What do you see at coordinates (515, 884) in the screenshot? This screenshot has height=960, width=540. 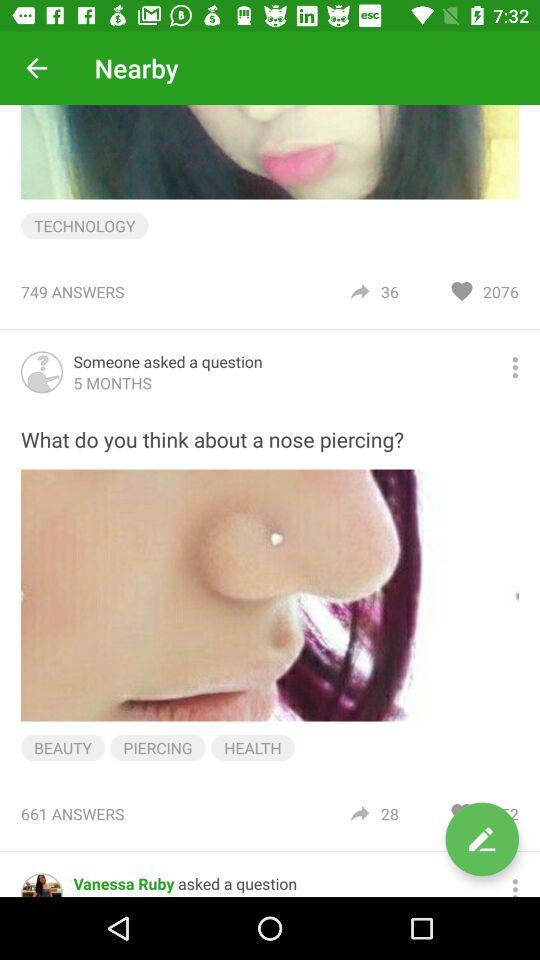 I see `more options` at bounding box center [515, 884].